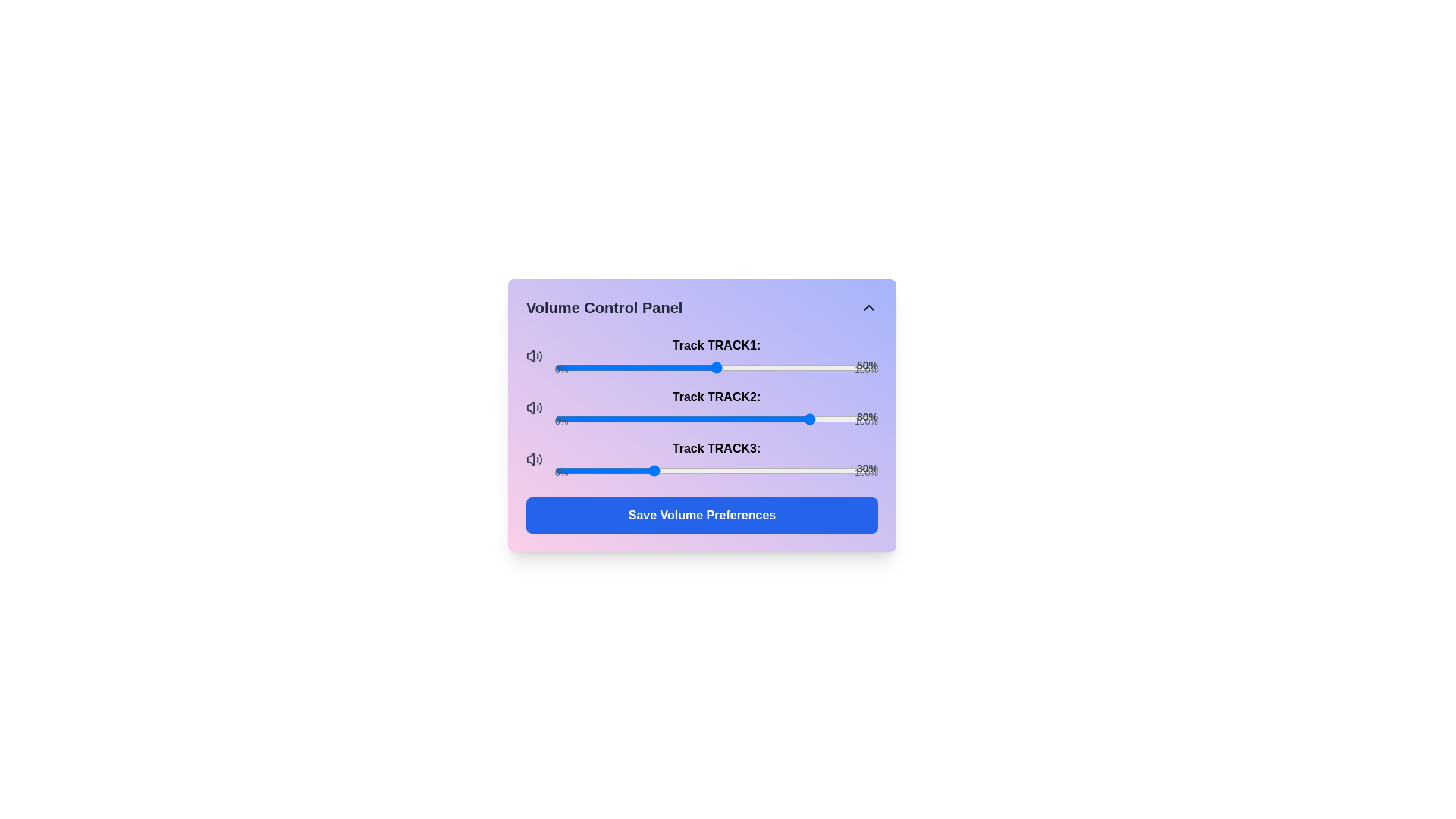 Image resolution: width=1456 pixels, height=819 pixels. I want to click on 'Save Volume Preferences' button located at the bottom of the 'Volume Control Panel' section, beneath the volume sliders for three tracks, so click(701, 514).